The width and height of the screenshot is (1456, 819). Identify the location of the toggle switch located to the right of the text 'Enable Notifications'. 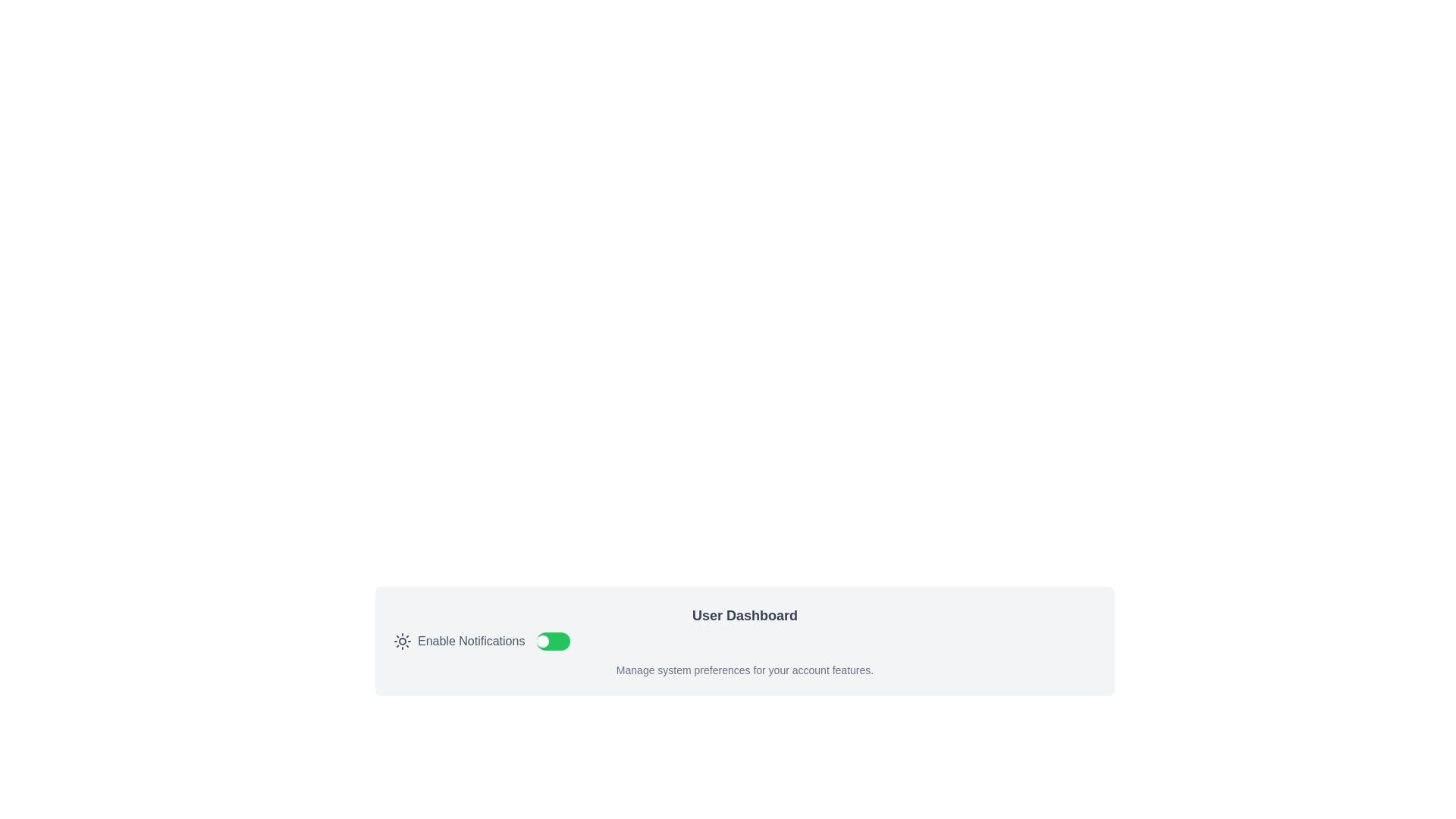
(553, 641).